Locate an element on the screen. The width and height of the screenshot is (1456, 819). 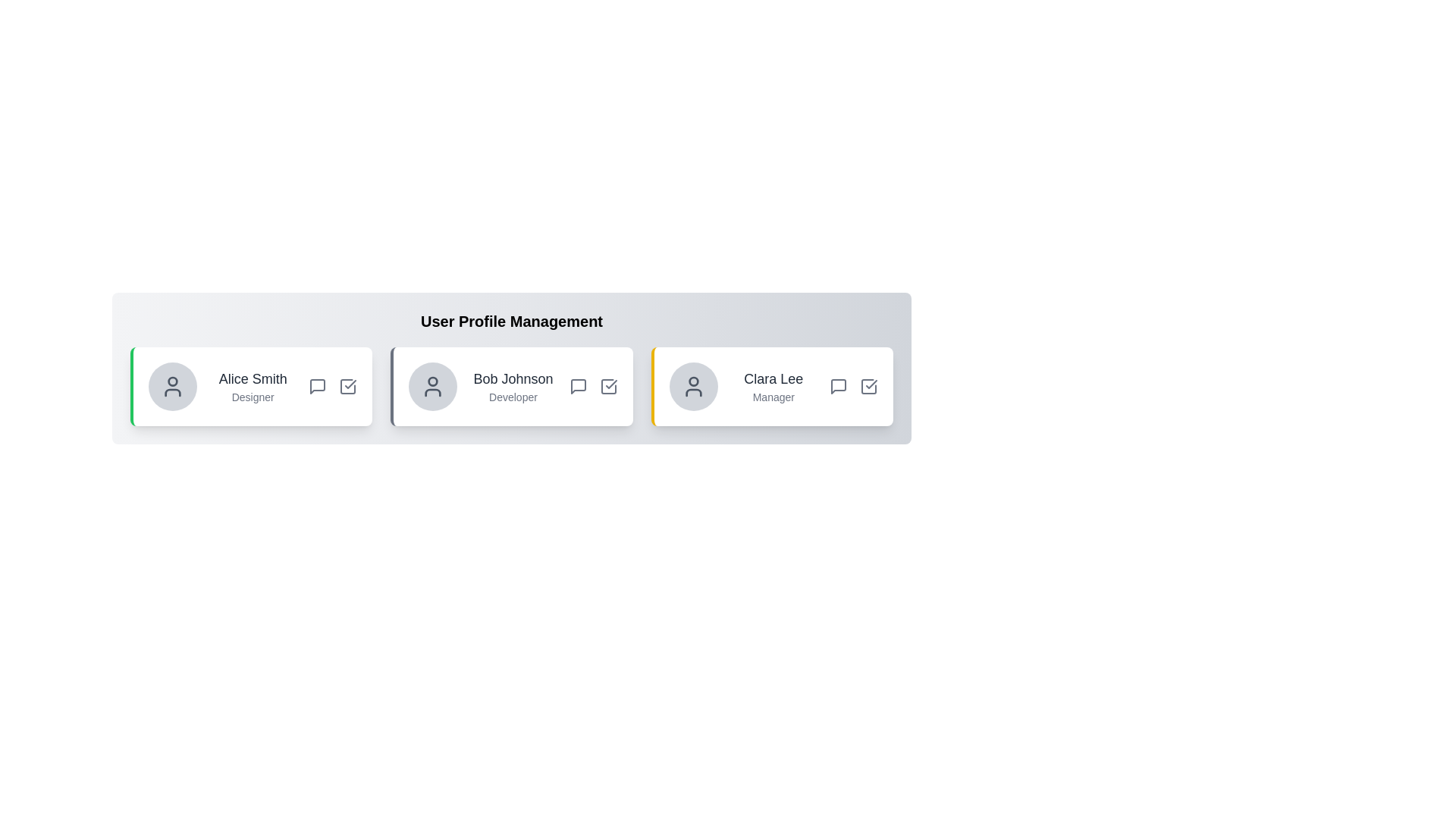
the user icon with a minimalistic outline design, located in the middle profile card above the name 'Bob Johnson' and the title 'Developer' is located at coordinates (432, 385).